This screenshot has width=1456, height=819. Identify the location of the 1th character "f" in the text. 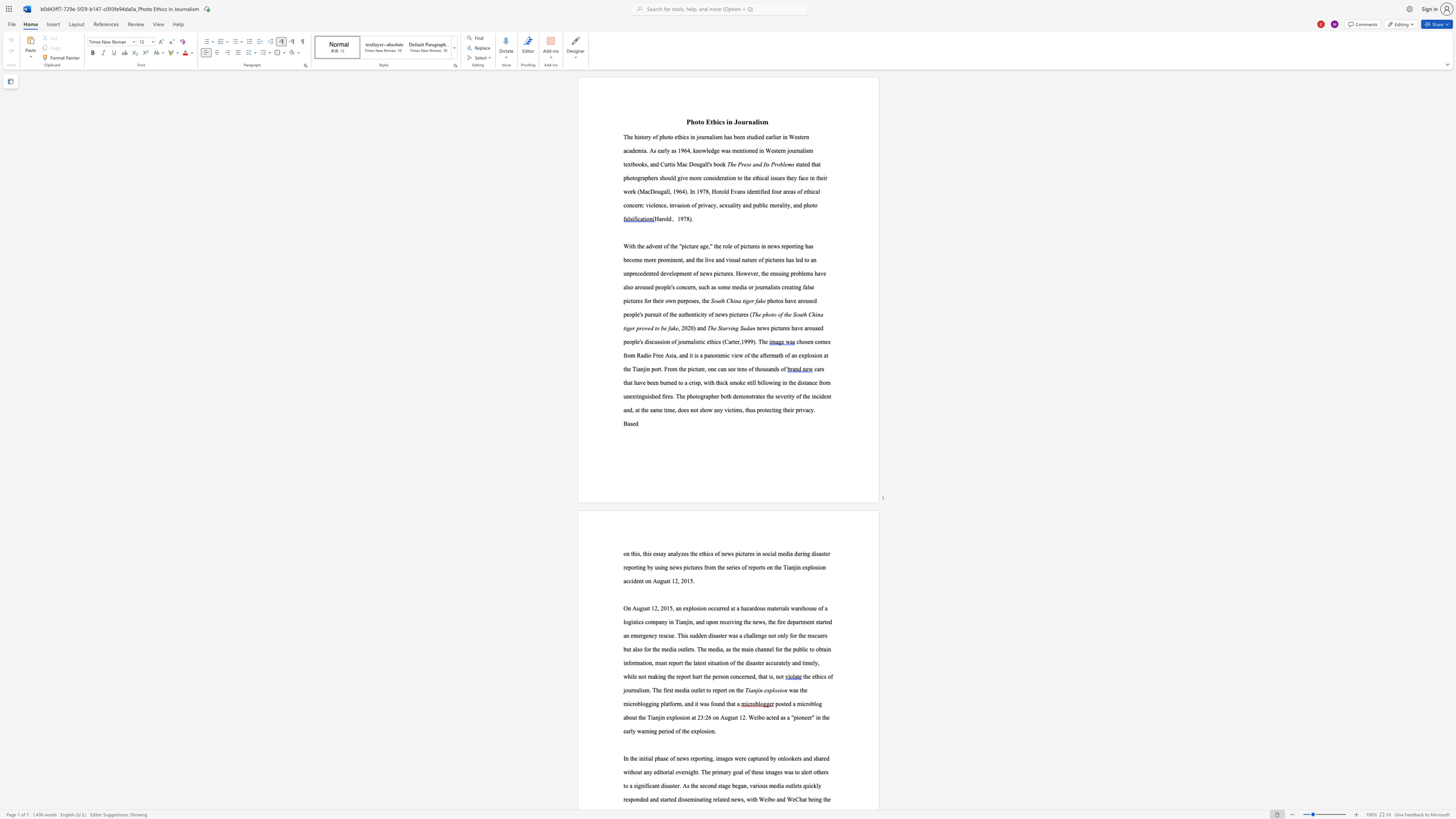
(761, 190).